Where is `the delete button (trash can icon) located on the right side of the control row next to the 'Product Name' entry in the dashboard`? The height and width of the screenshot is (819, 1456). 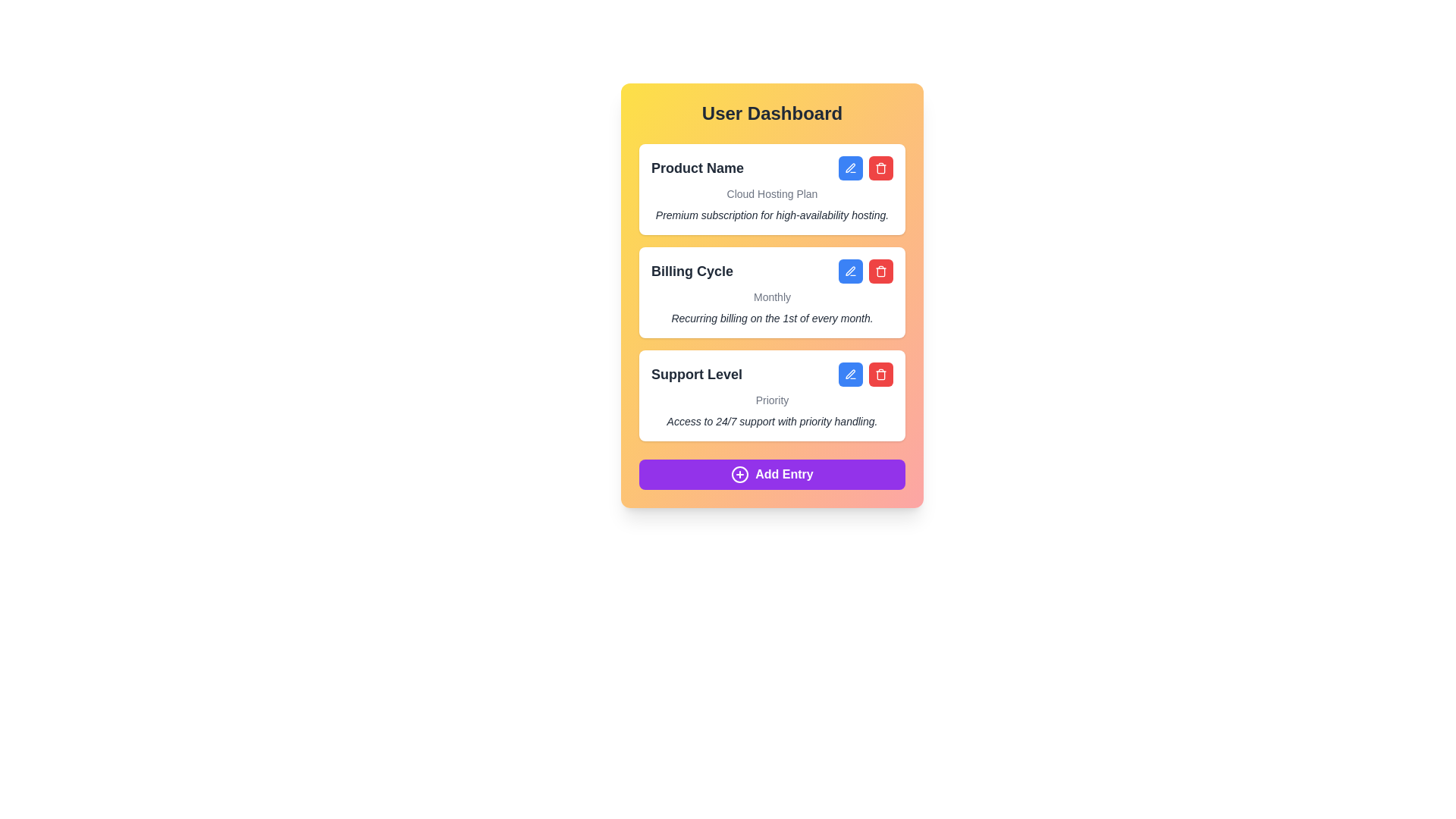 the delete button (trash can icon) located on the right side of the control row next to the 'Product Name' entry in the dashboard is located at coordinates (880, 168).